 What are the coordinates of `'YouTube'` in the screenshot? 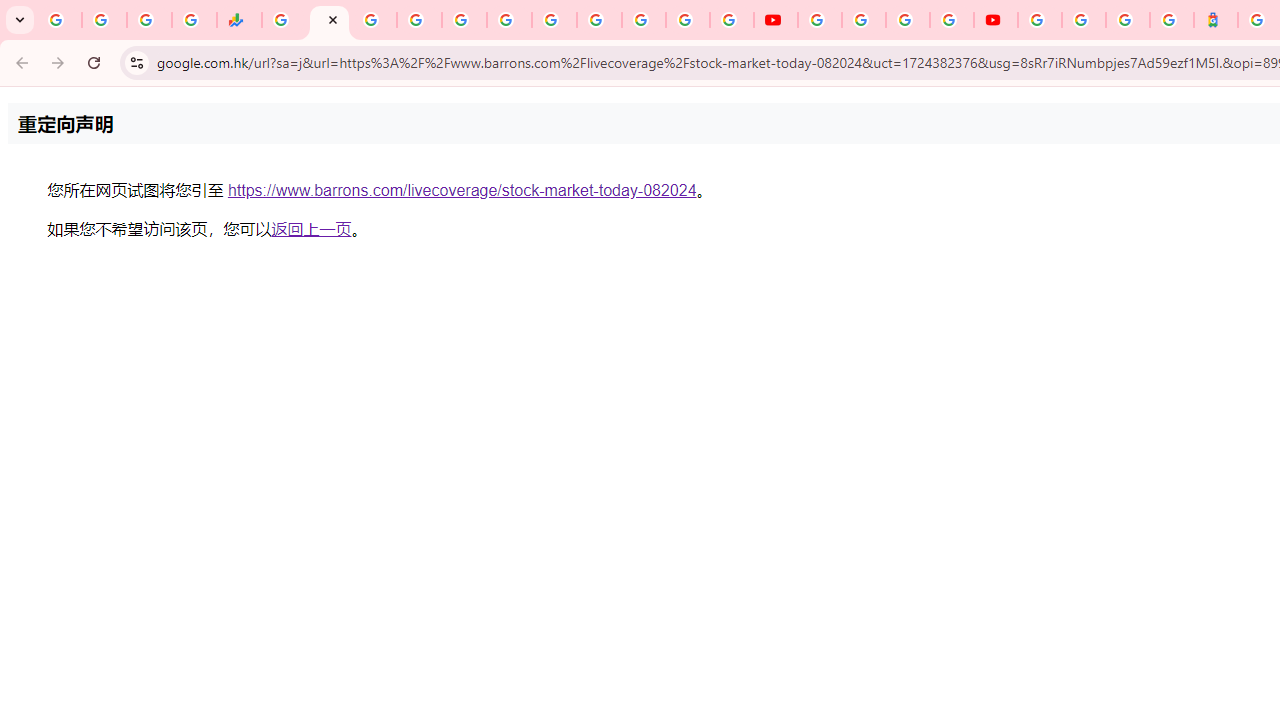 It's located at (819, 20).